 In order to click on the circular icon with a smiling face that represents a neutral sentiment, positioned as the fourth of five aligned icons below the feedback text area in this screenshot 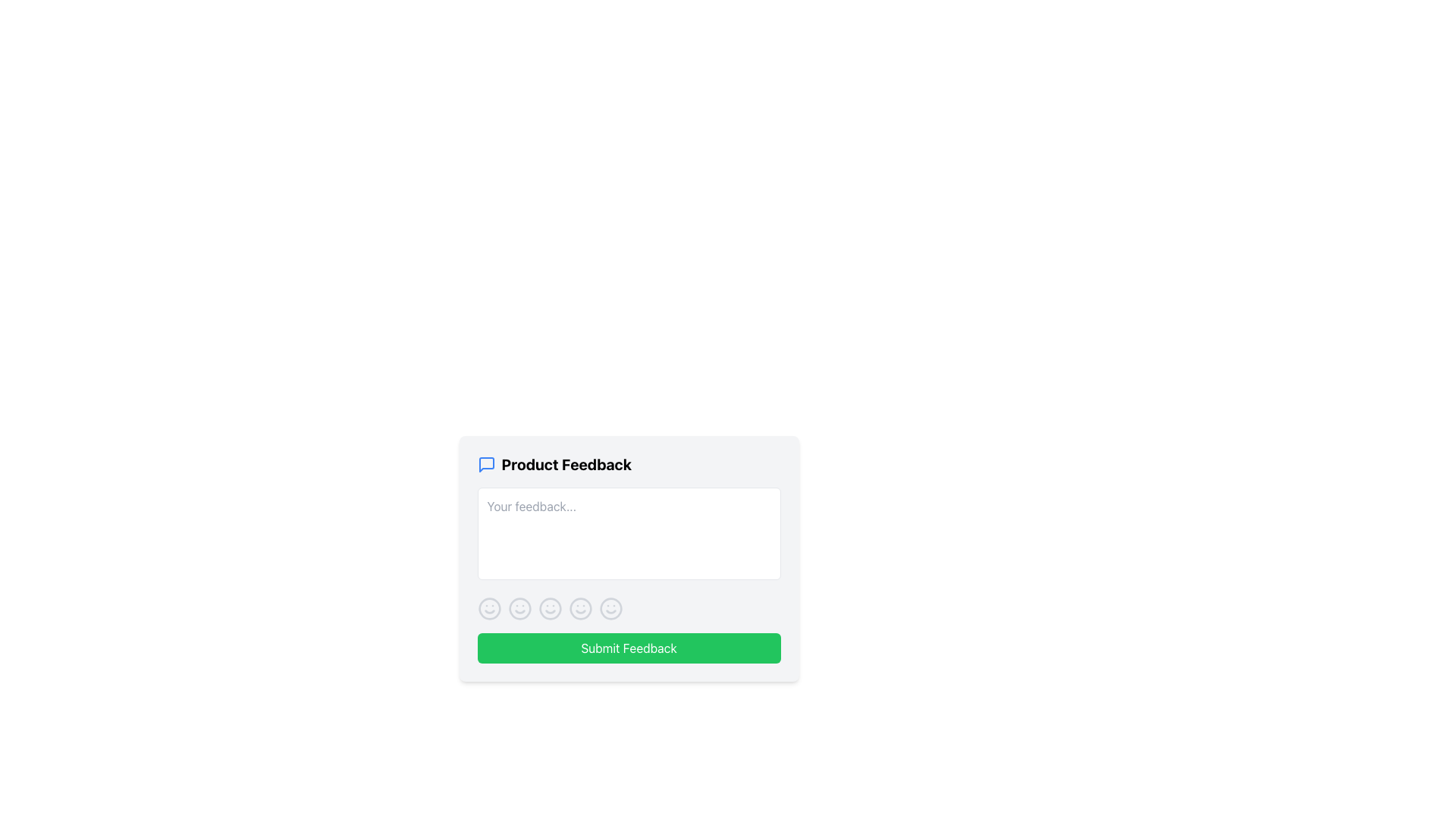, I will do `click(579, 607)`.